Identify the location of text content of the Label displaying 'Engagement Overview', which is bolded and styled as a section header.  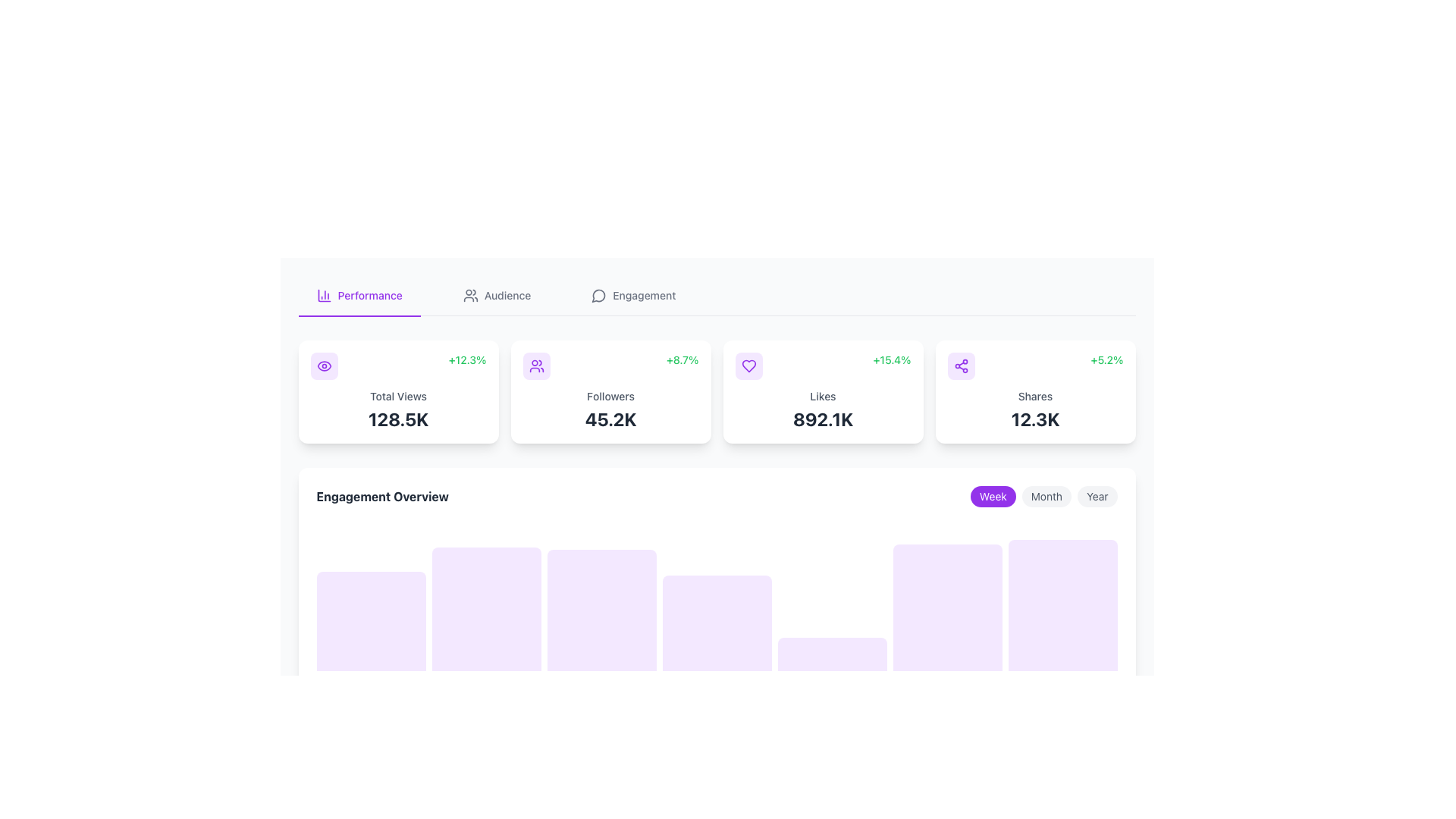
(382, 497).